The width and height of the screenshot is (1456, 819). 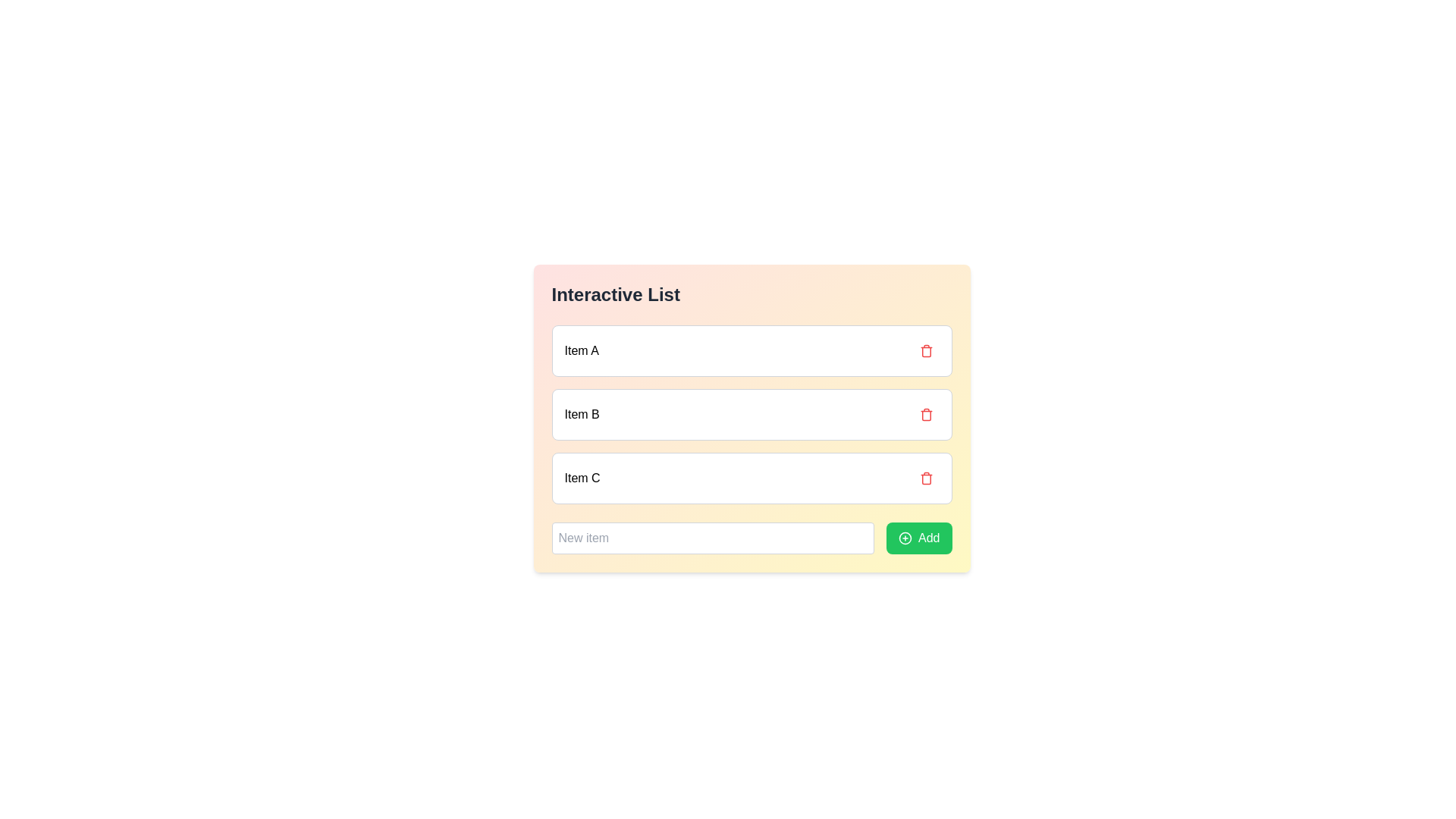 What do you see at coordinates (925, 479) in the screenshot?
I see `the delete icon located in the bottom-right corner of the block representing the third item in the interactive list` at bounding box center [925, 479].